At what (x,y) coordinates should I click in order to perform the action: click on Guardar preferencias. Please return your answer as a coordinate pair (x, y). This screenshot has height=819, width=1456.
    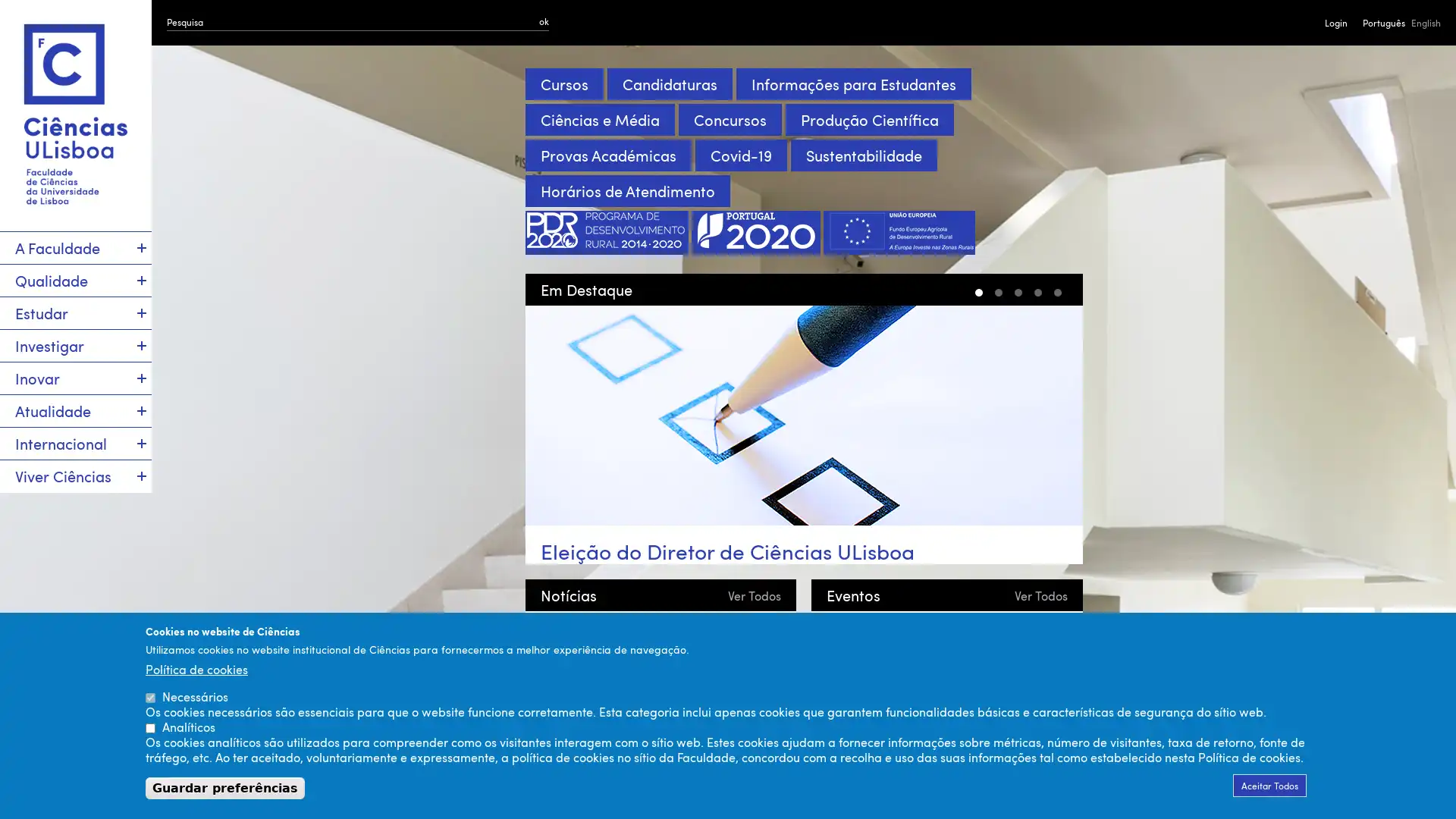
    Looking at the image, I should click on (224, 787).